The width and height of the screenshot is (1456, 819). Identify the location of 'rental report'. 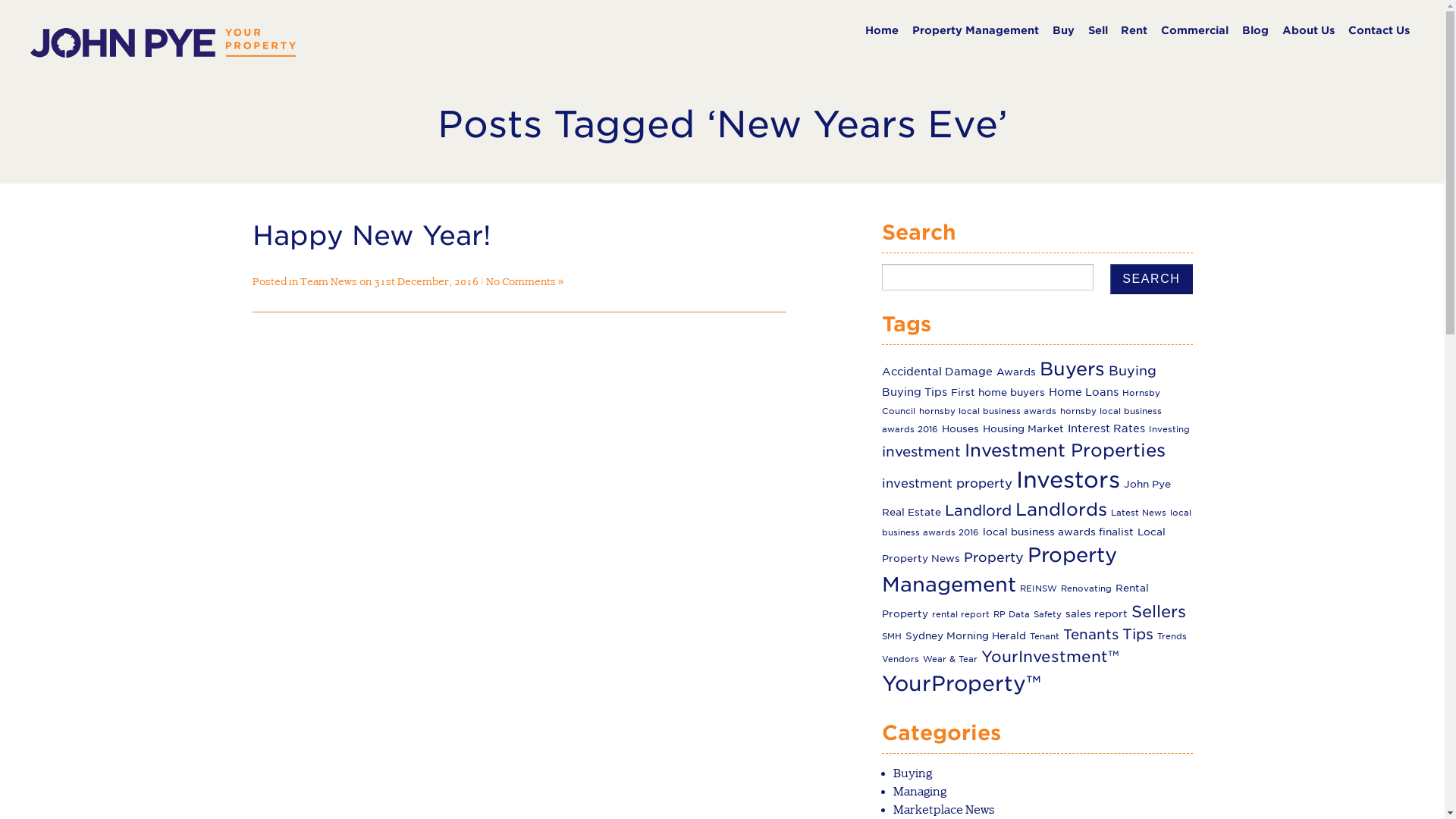
(960, 614).